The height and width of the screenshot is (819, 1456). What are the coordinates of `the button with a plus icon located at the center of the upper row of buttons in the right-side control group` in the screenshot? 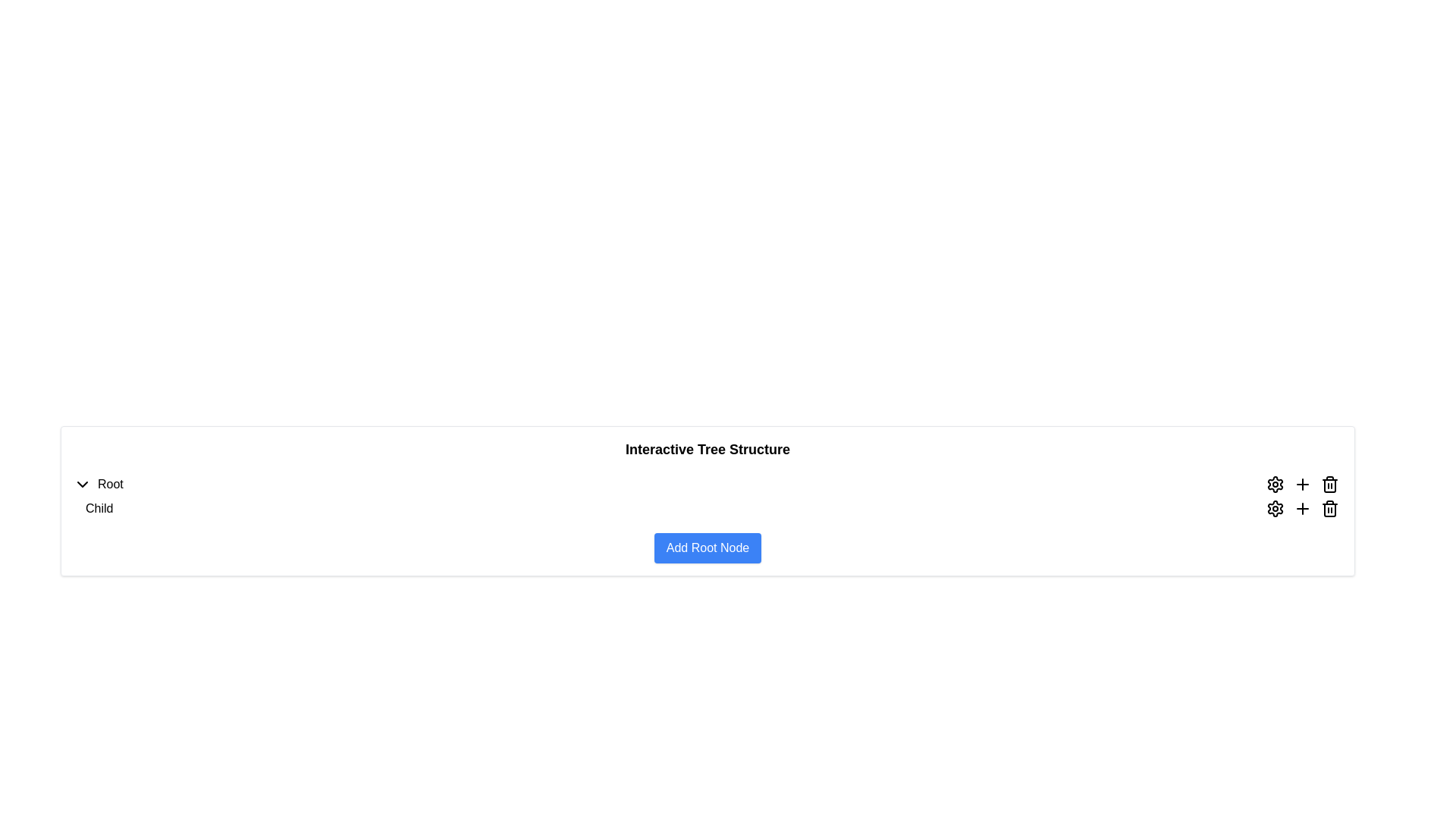 It's located at (1302, 485).